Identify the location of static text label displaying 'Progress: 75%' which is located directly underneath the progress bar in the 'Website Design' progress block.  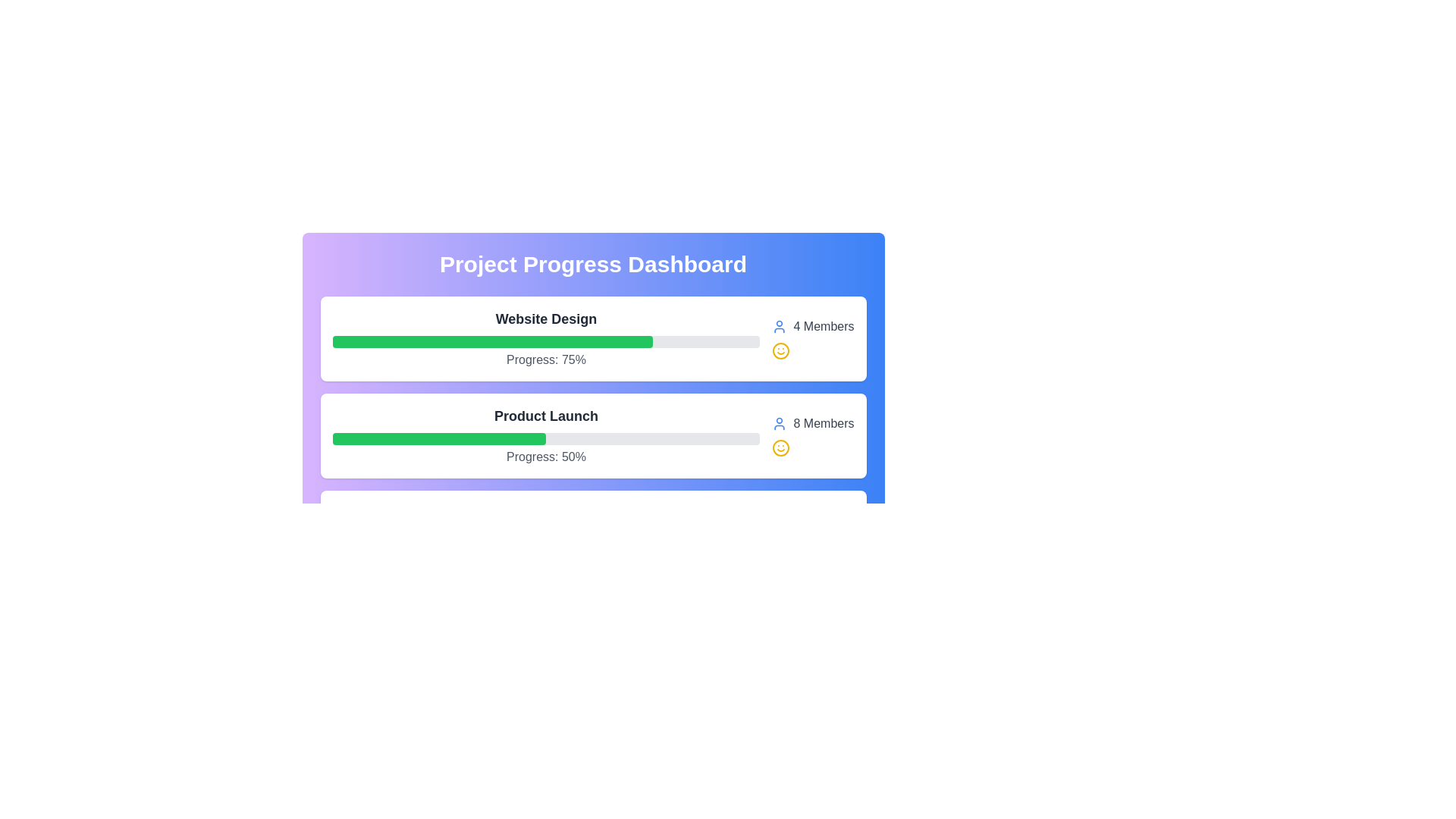
(546, 359).